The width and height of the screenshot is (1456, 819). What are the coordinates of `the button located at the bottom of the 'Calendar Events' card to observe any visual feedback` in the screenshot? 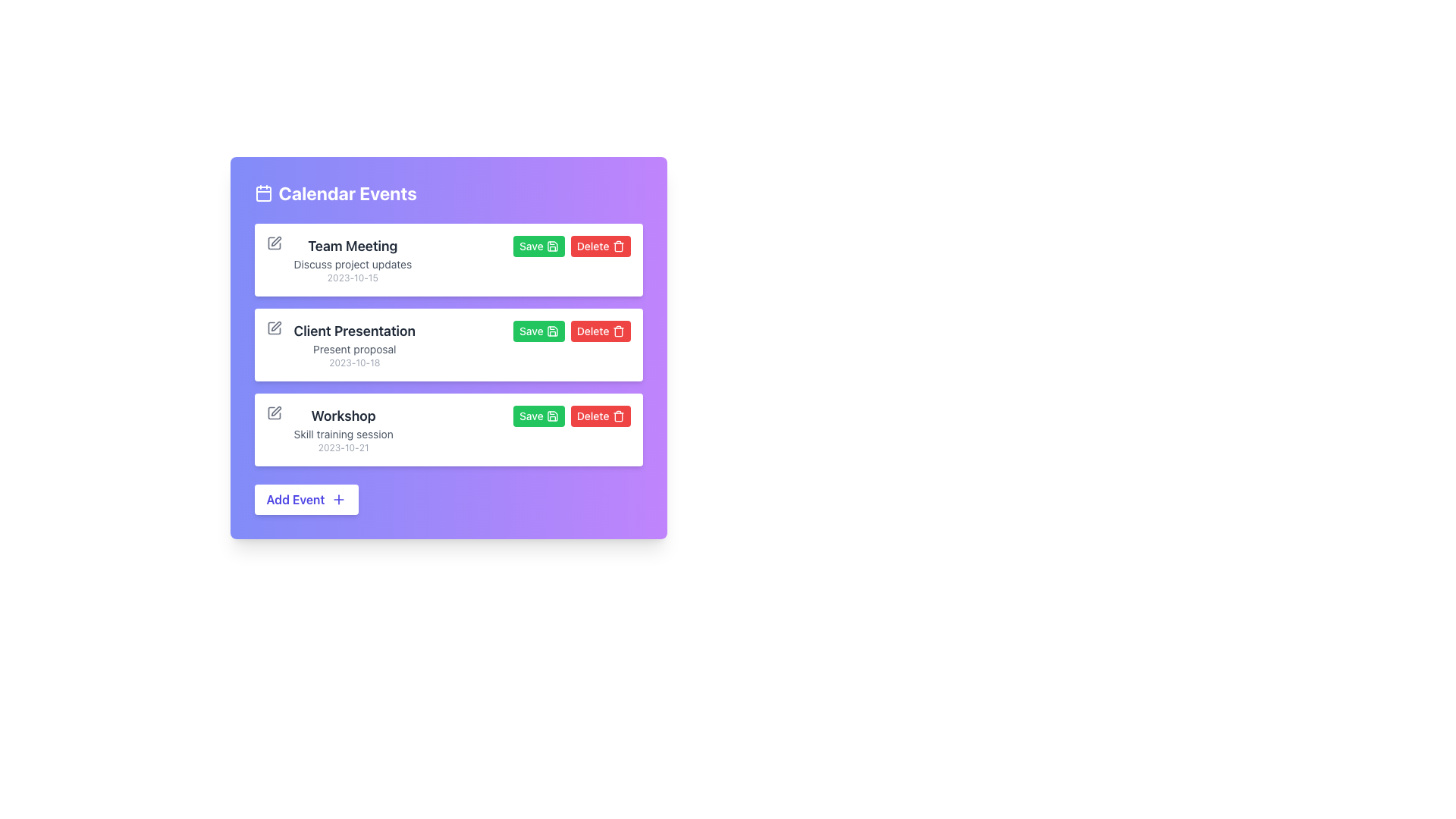 It's located at (305, 500).